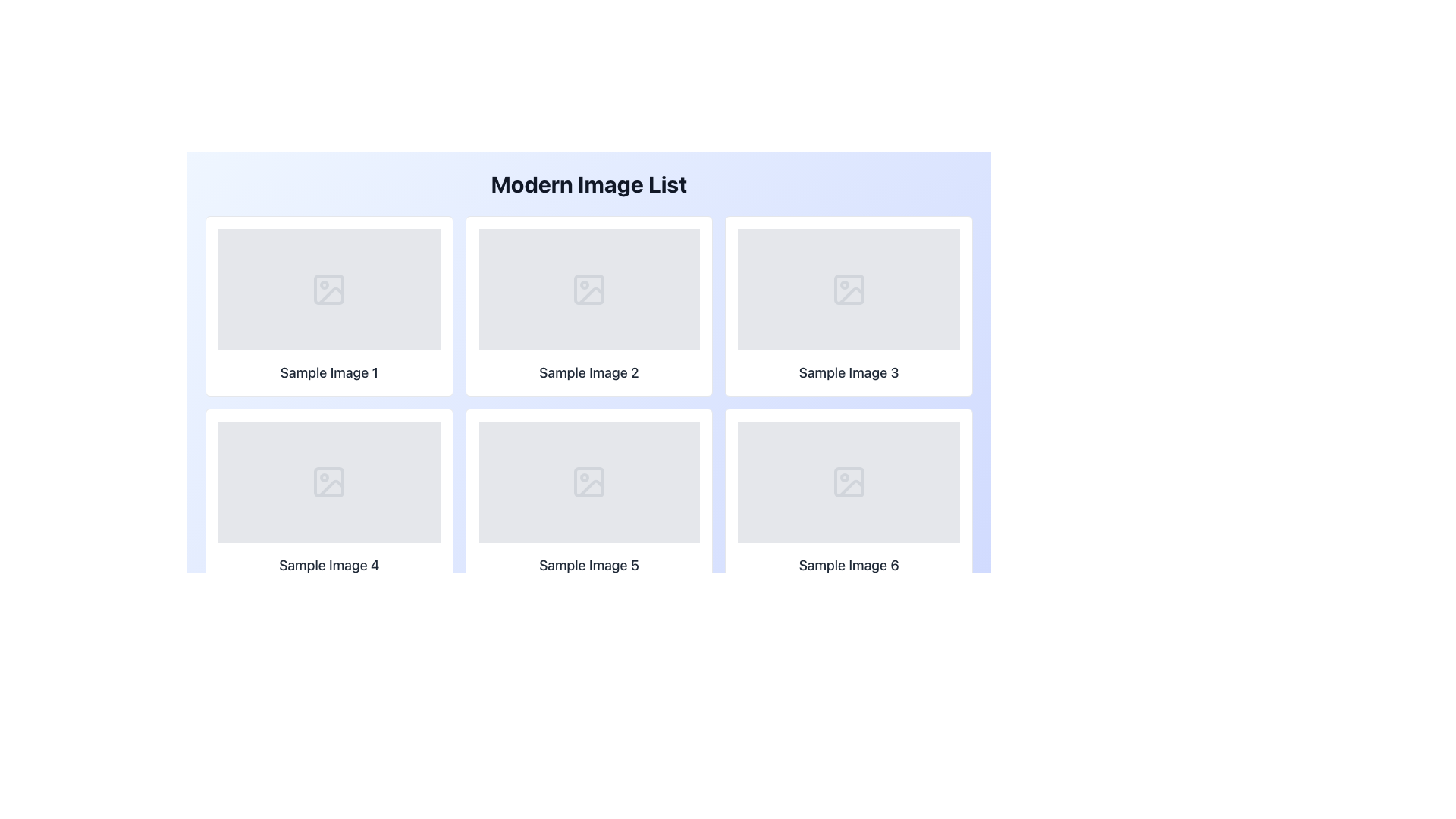 The width and height of the screenshot is (1456, 819). What do you see at coordinates (588, 482) in the screenshot?
I see `the small rectangular shape with slightly rounded corners located centrally within the fifth image placeholder in the grid layout` at bounding box center [588, 482].